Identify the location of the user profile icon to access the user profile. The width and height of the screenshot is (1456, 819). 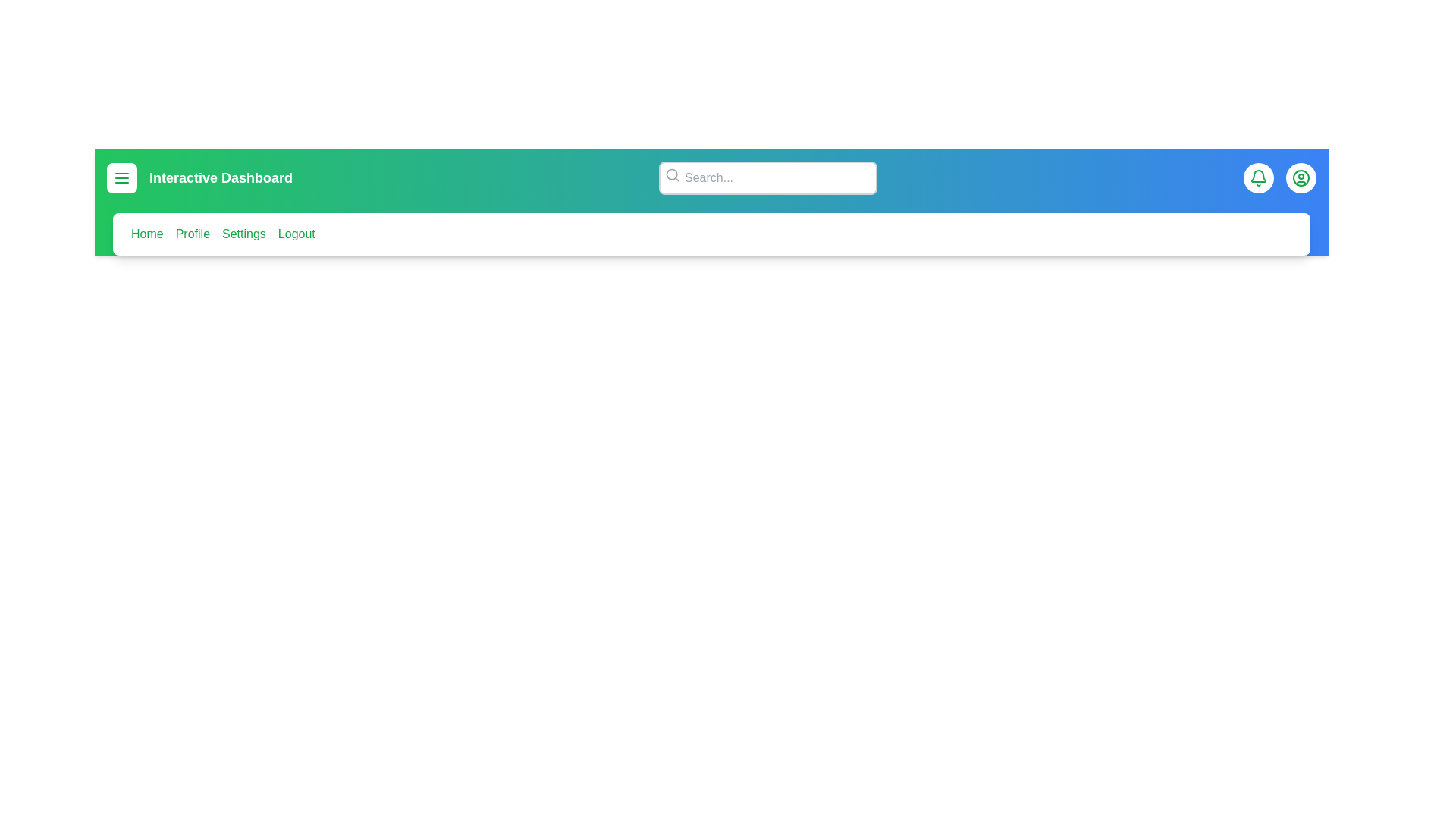
(1301, 177).